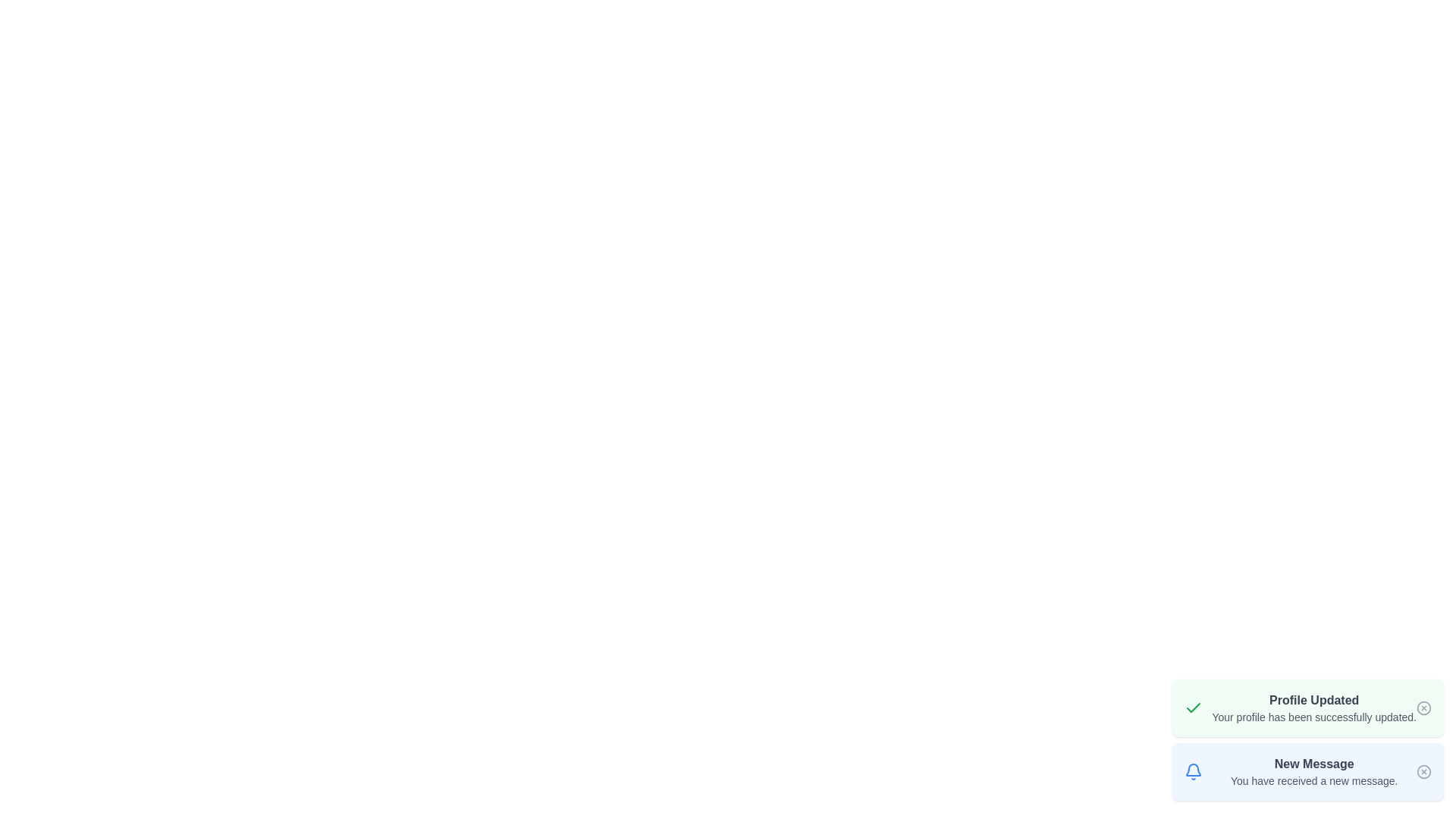 Image resolution: width=1456 pixels, height=819 pixels. Describe the element at coordinates (1193, 772) in the screenshot. I see `the notification icon on the panel` at that location.